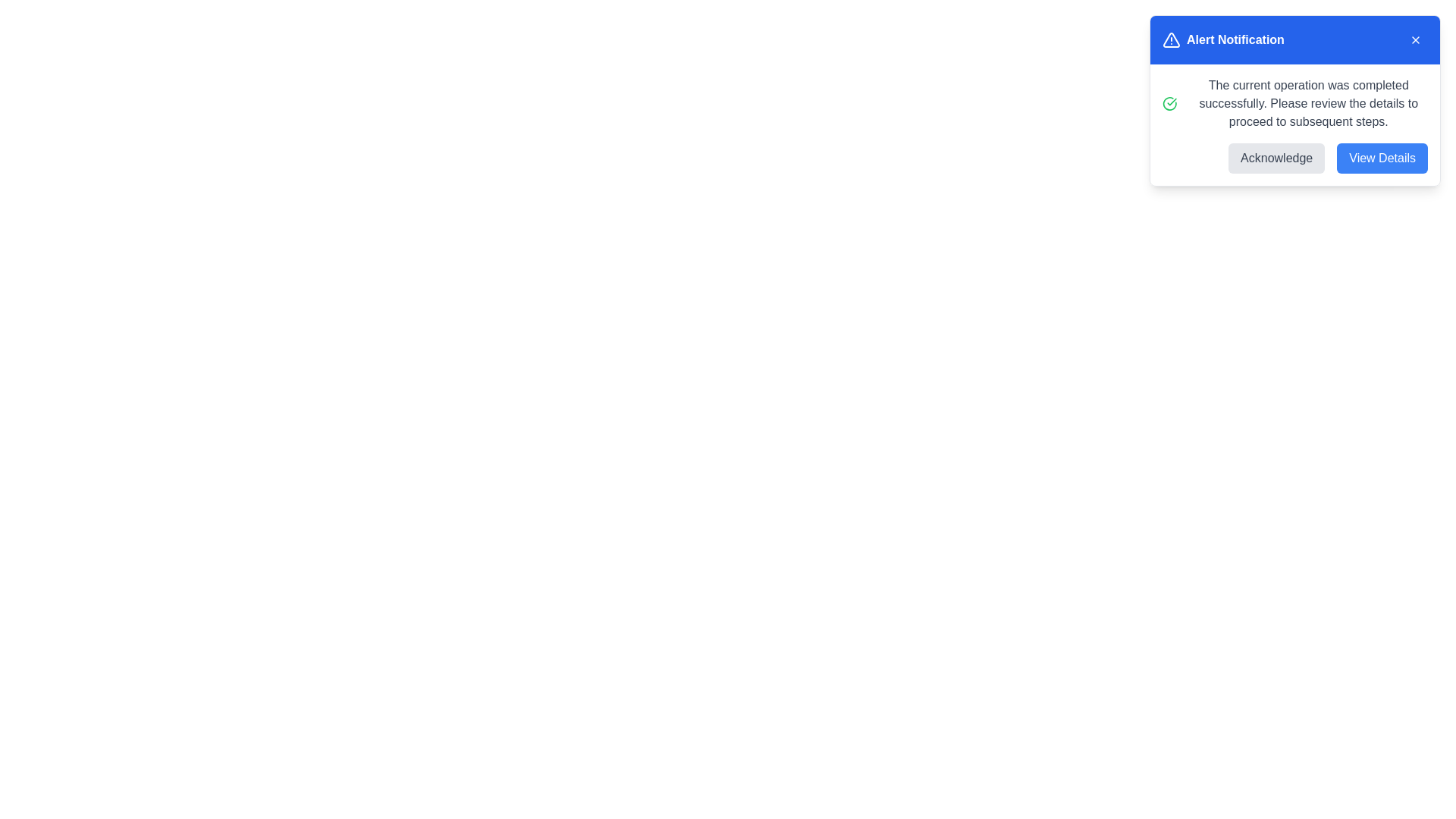  Describe the element at coordinates (1169, 103) in the screenshot. I see `the success icon located to the left of the message box indicating 'The current operation was completed successfully.'` at that location.